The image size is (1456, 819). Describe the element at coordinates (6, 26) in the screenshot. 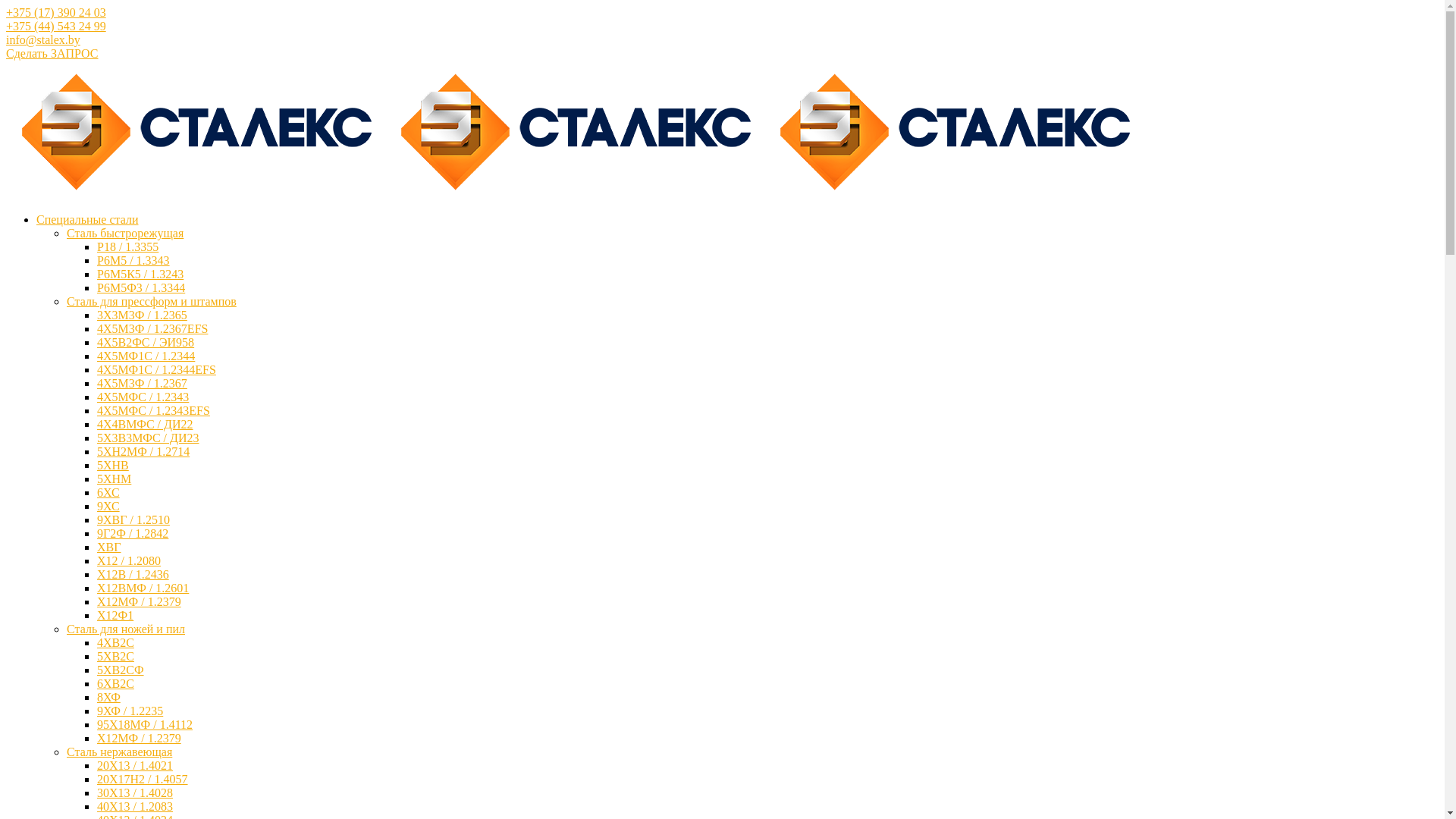

I see `'+375 (44) 543 24 99'` at that location.